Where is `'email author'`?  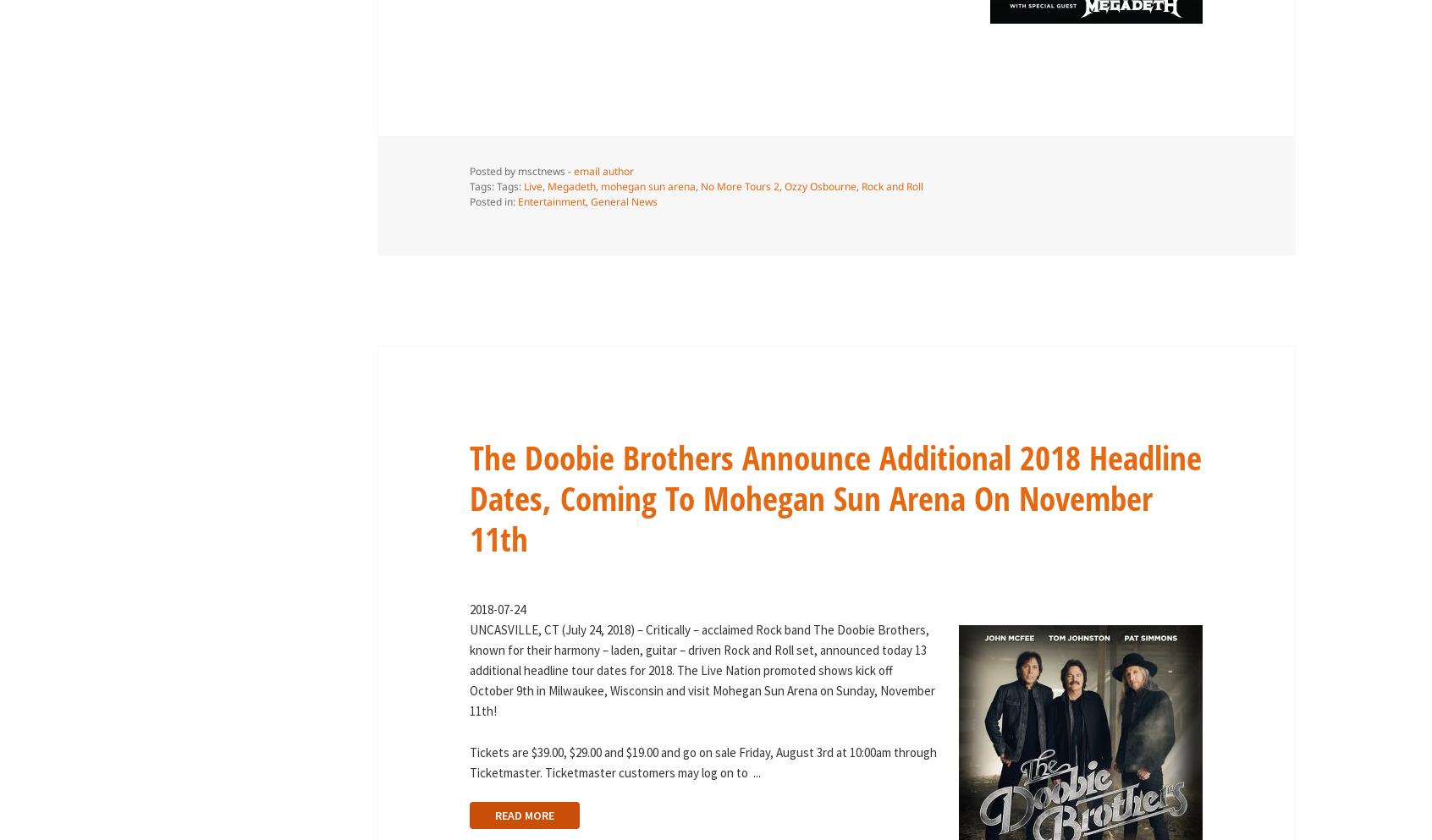 'email author' is located at coordinates (602, 170).